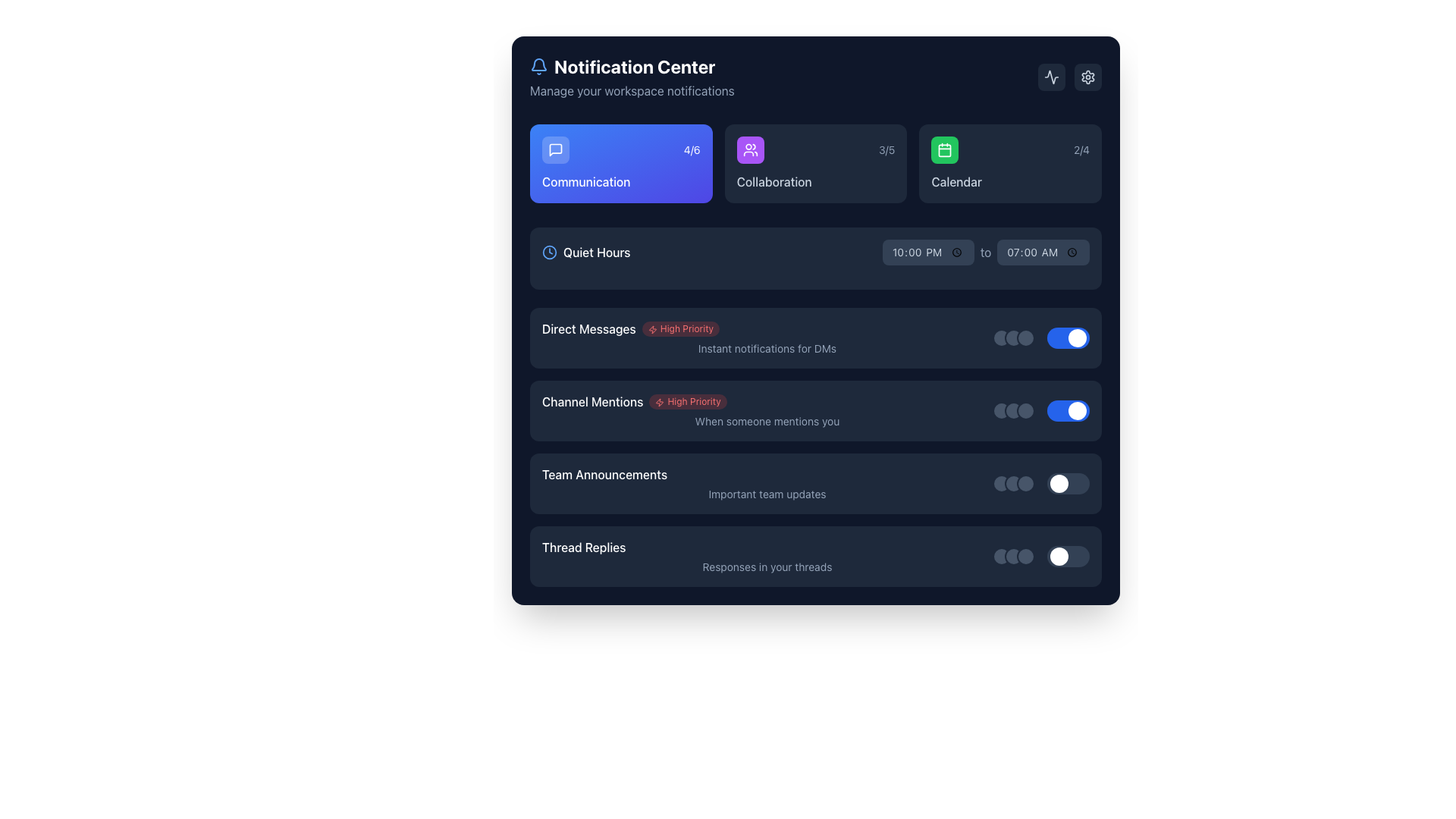 The height and width of the screenshot is (819, 1456). Describe the element at coordinates (814, 556) in the screenshot. I see `the toggle switch of the Notification setting control labeled 'Thread Replies'` at that location.